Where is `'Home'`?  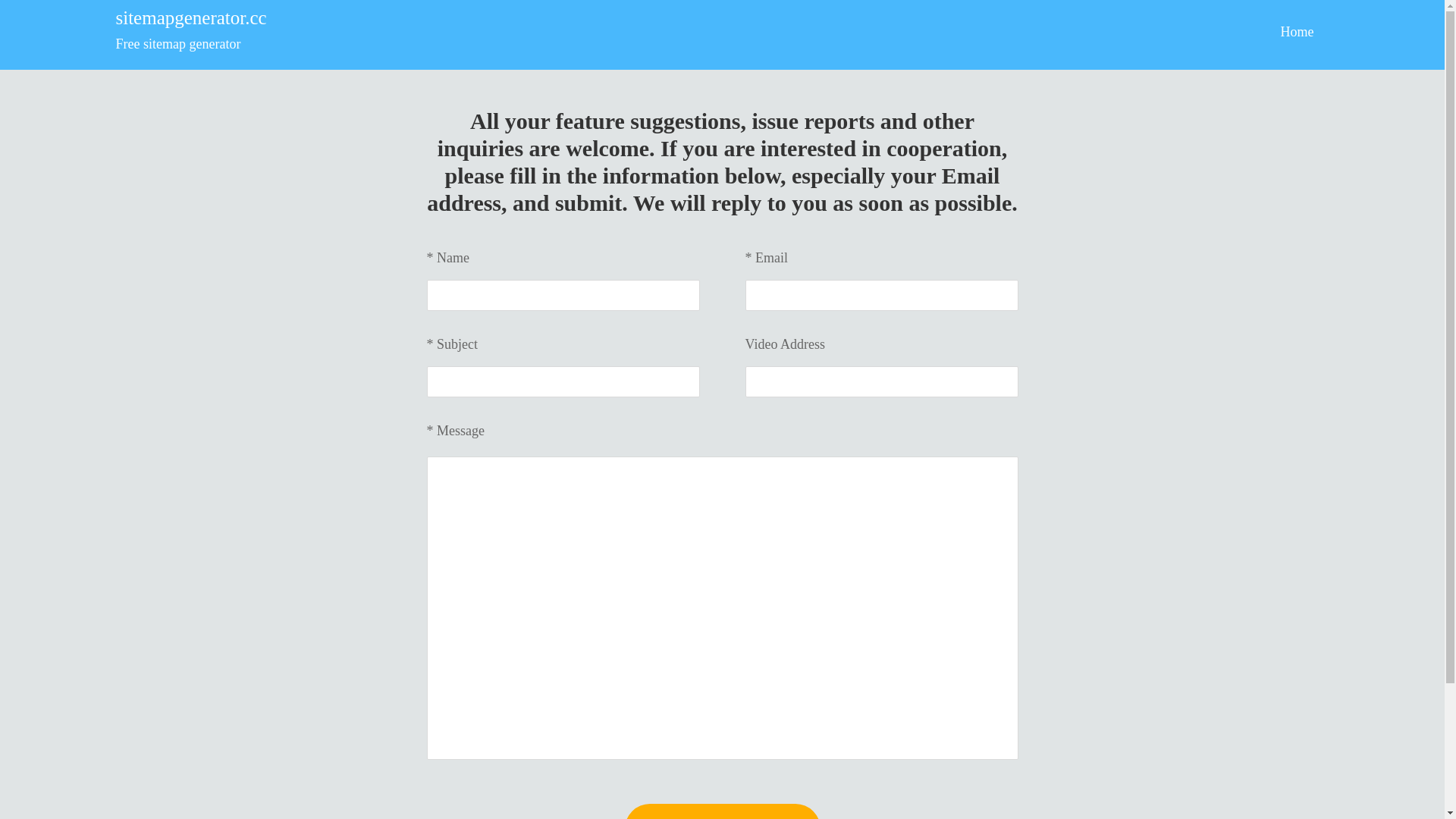
'Home' is located at coordinates (1295, 32).